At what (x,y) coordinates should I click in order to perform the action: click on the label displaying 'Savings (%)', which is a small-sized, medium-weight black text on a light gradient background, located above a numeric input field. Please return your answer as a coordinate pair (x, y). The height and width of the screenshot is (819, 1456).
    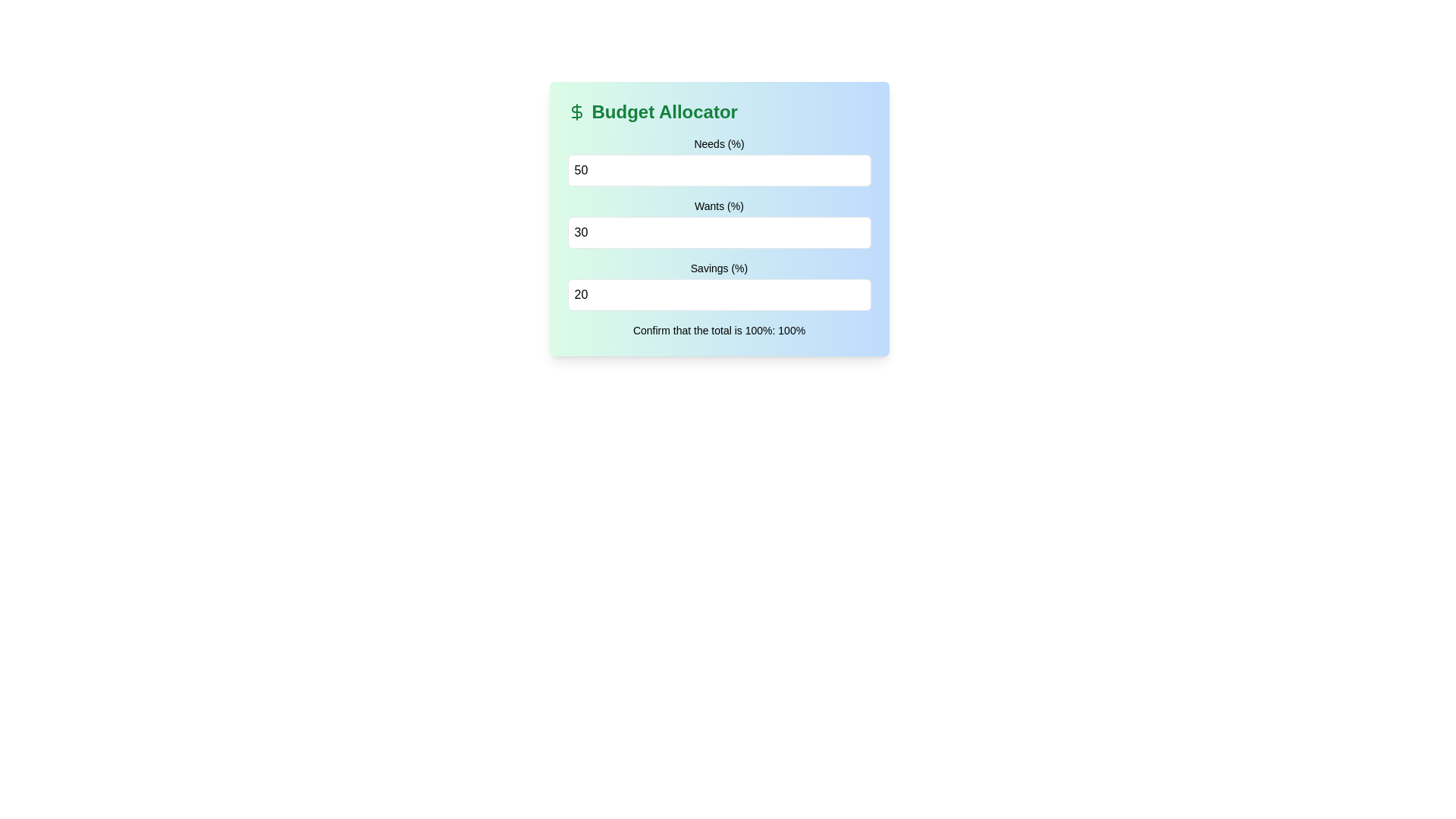
    Looking at the image, I should click on (718, 268).